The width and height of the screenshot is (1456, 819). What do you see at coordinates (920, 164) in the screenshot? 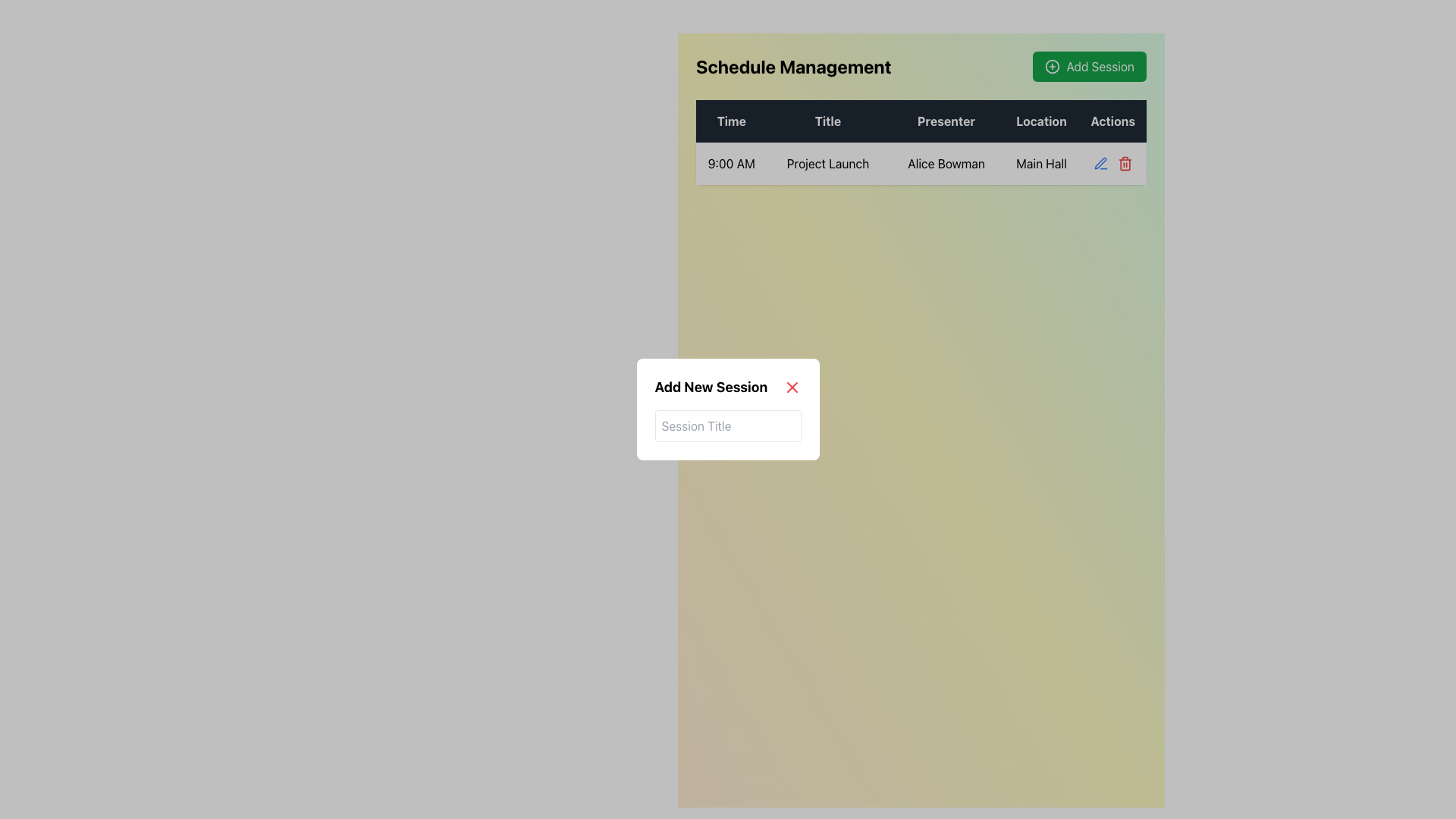
I see `the first schedule entry row` at bounding box center [920, 164].